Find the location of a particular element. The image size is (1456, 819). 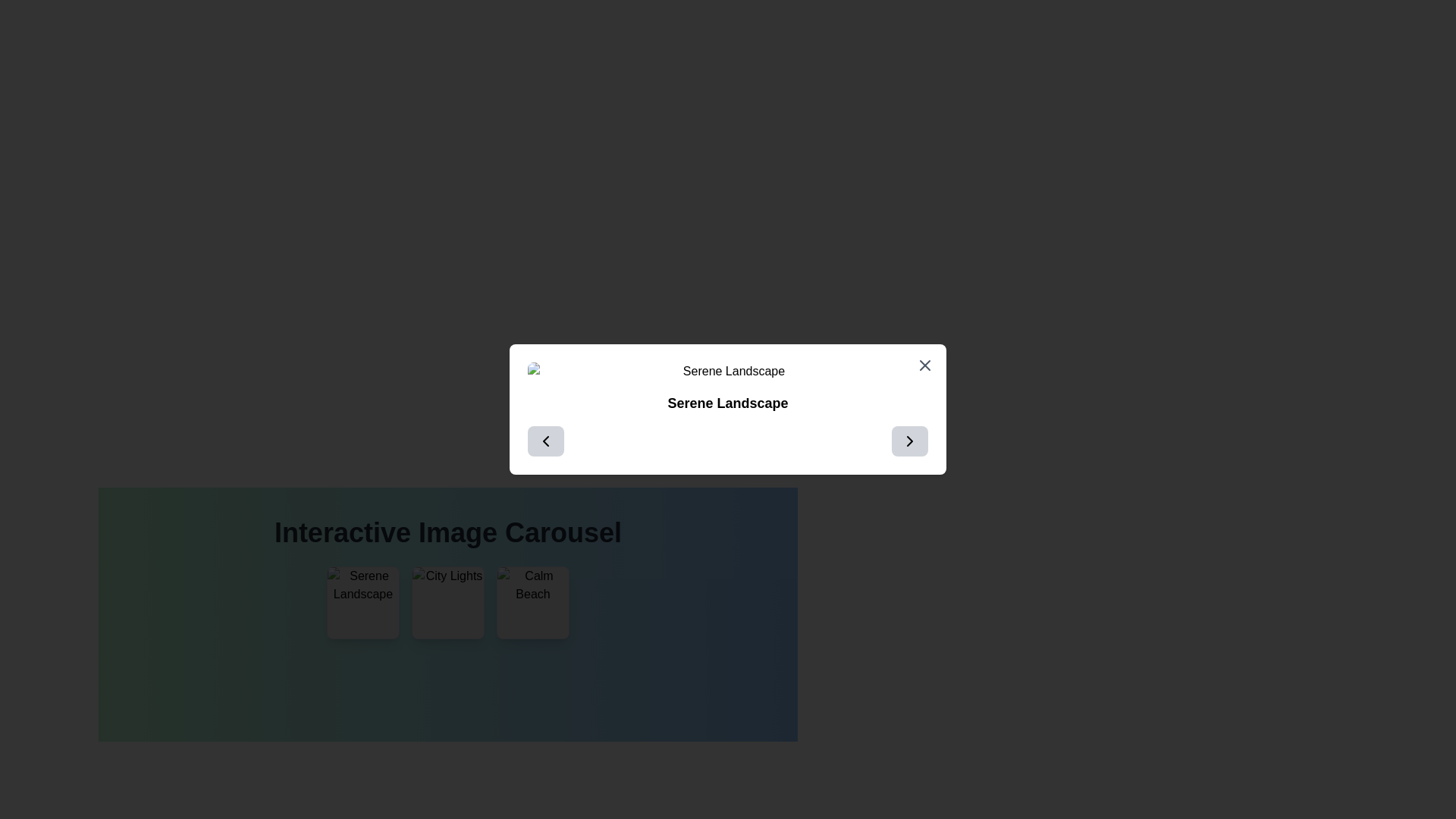

the Text Label that displays a title or description, located below the 'Serene Landscape' image in the modal is located at coordinates (728, 403).